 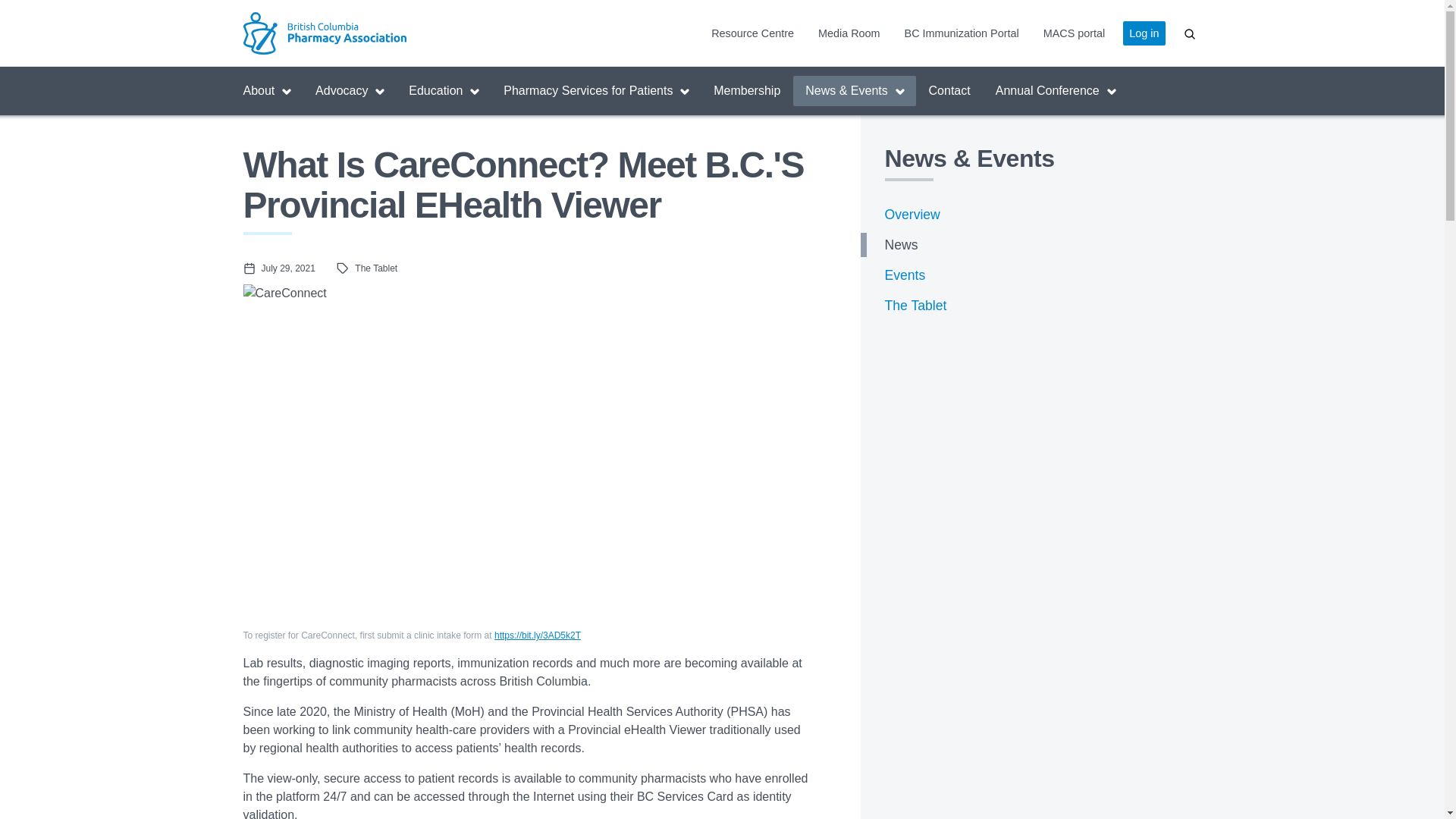 I want to click on 'https://bit.ly/3AD5k2T', so click(x=494, y=635).